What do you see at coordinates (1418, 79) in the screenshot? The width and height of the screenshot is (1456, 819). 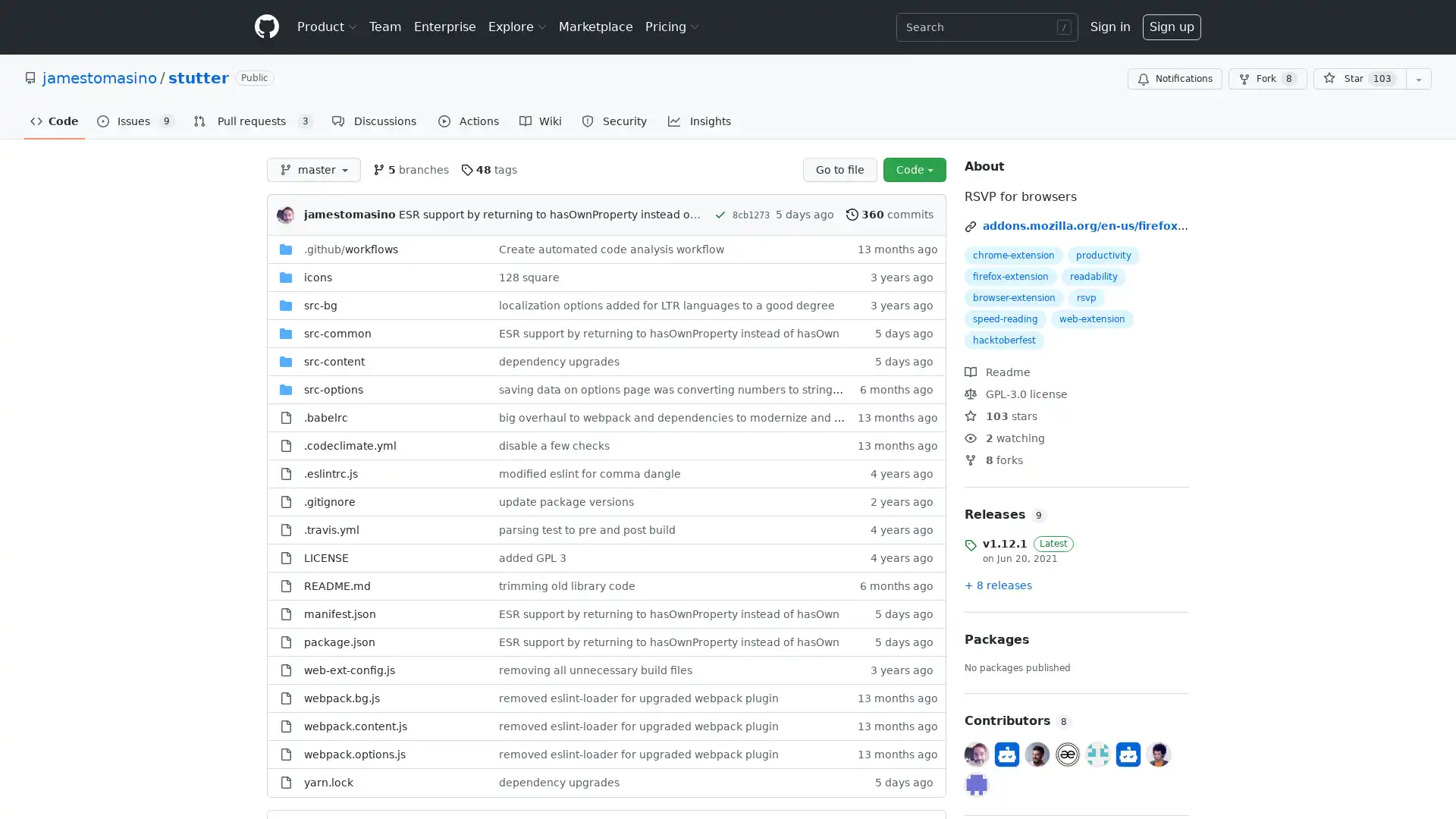 I see `You must be signed in to add this repository to a list` at bounding box center [1418, 79].